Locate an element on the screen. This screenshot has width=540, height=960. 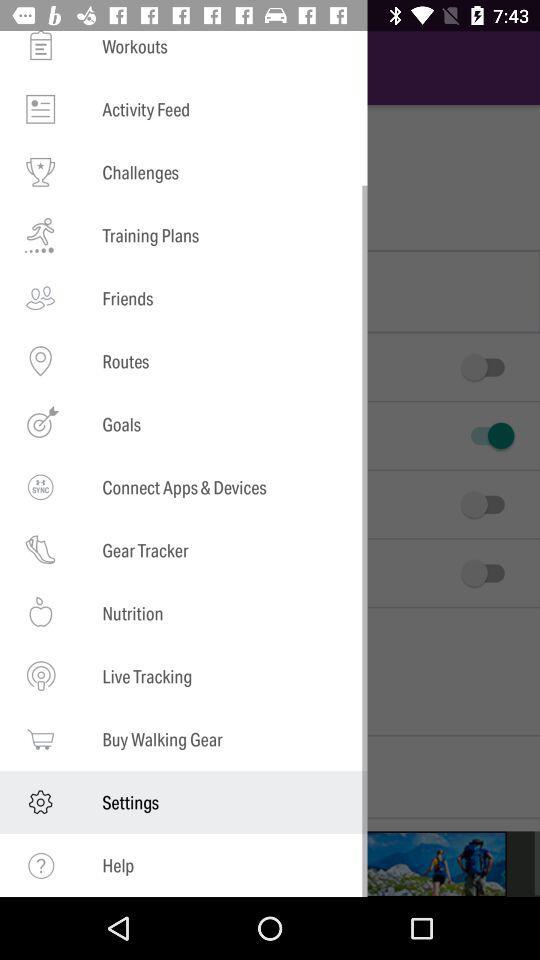
the second button from top is located at coordinates (486, 436).